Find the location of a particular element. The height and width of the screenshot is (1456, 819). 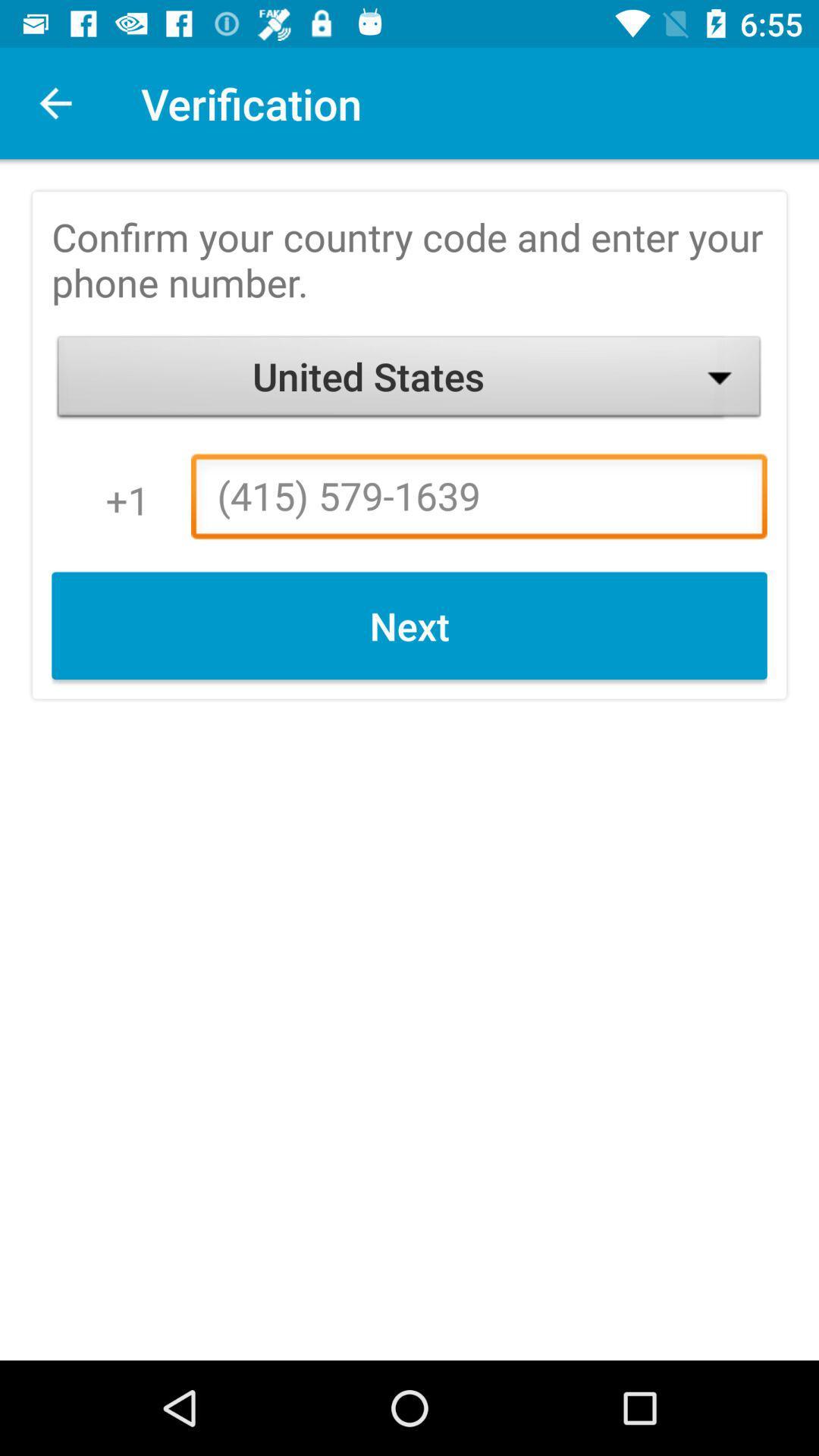

united states icon is located at coordinates (409, 380).